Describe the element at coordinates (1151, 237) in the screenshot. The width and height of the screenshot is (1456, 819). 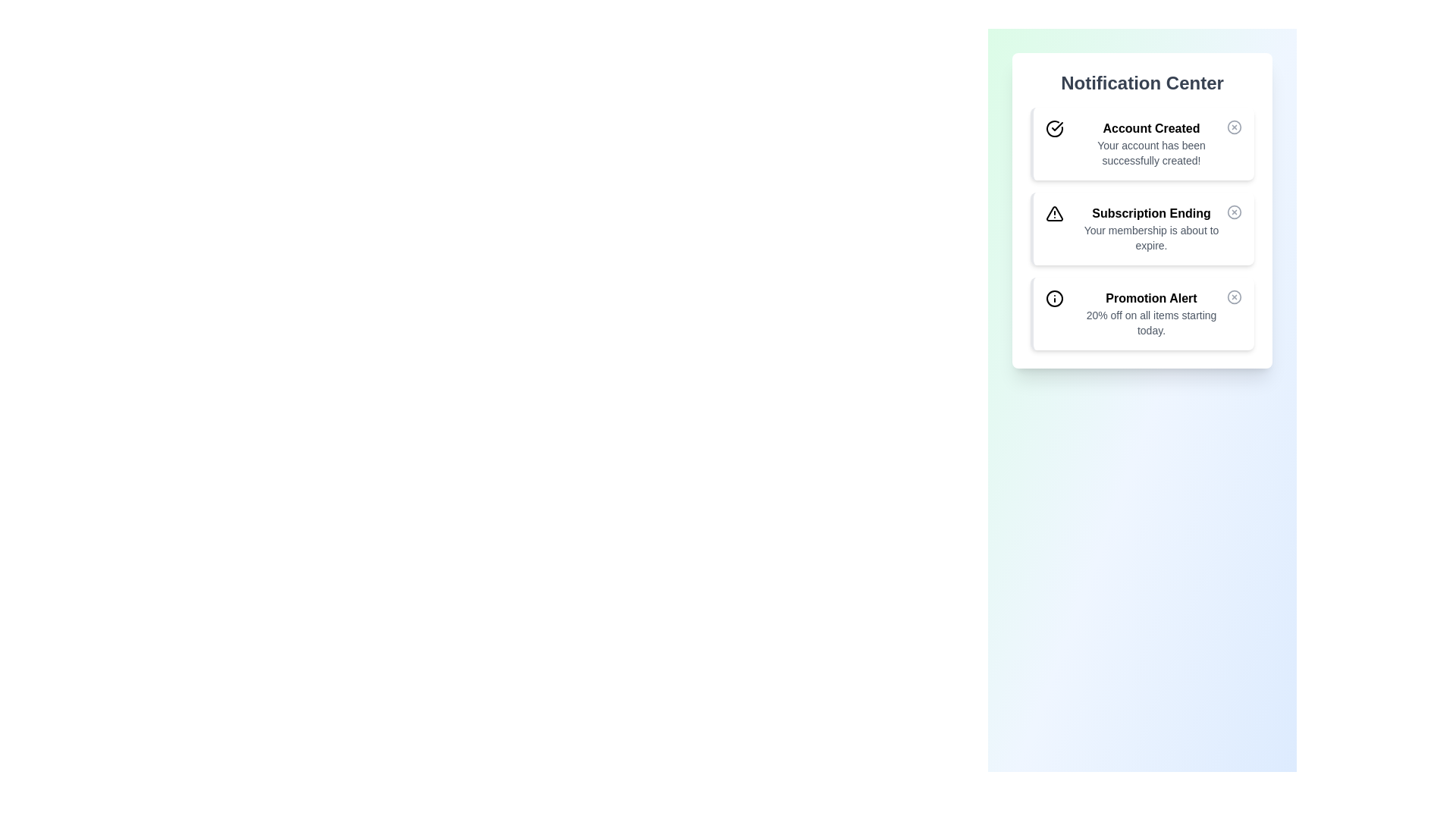
I see `static text displaying 'Your membership is about to expire.' which is styled in gray color and located in the middle notification card of the 'Notification Center' widget, directly under the heading 'Subscription Ending'` at that location.